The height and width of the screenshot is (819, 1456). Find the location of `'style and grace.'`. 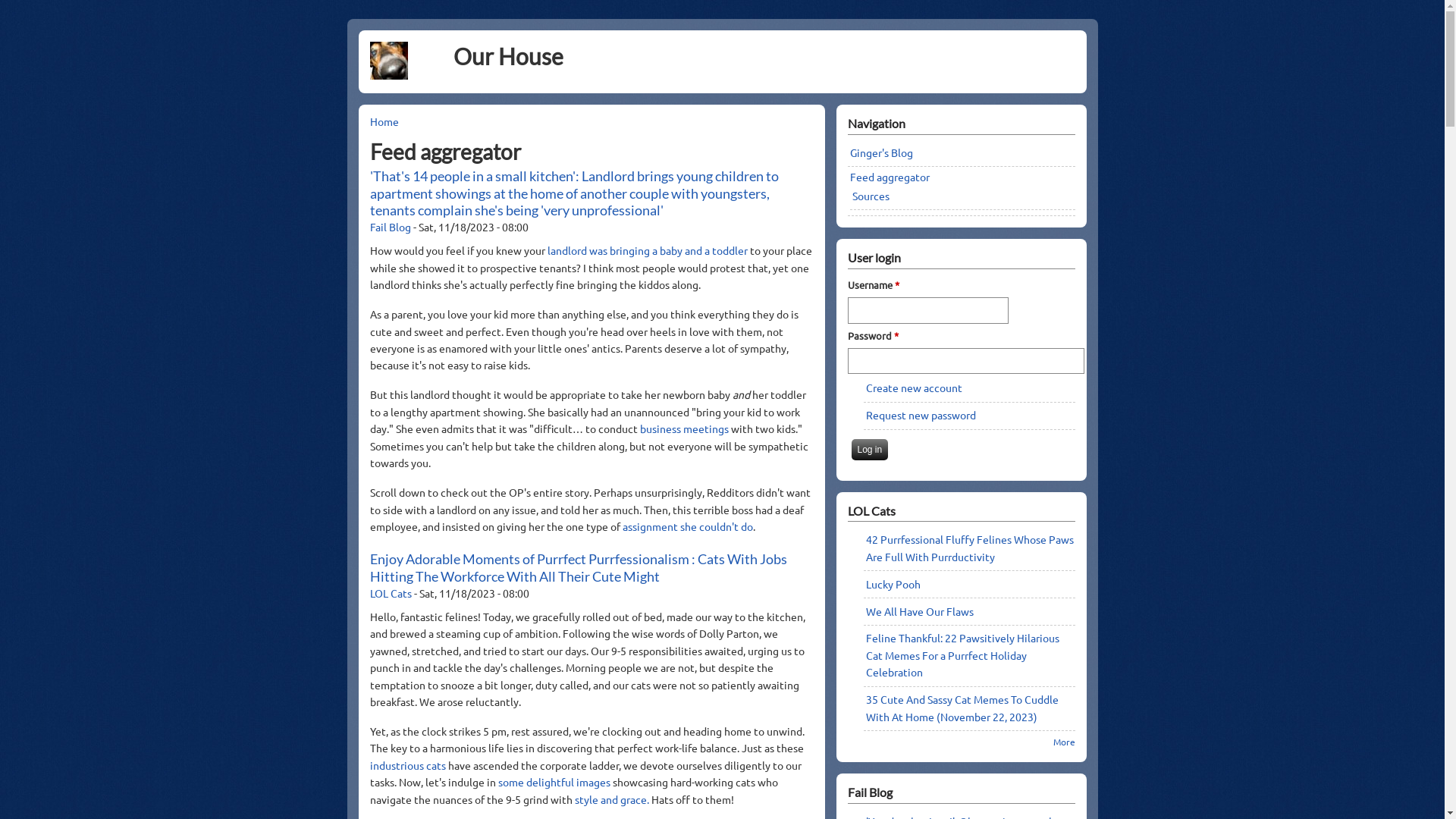

'style and grace.' is located at coordinates (613, 798).